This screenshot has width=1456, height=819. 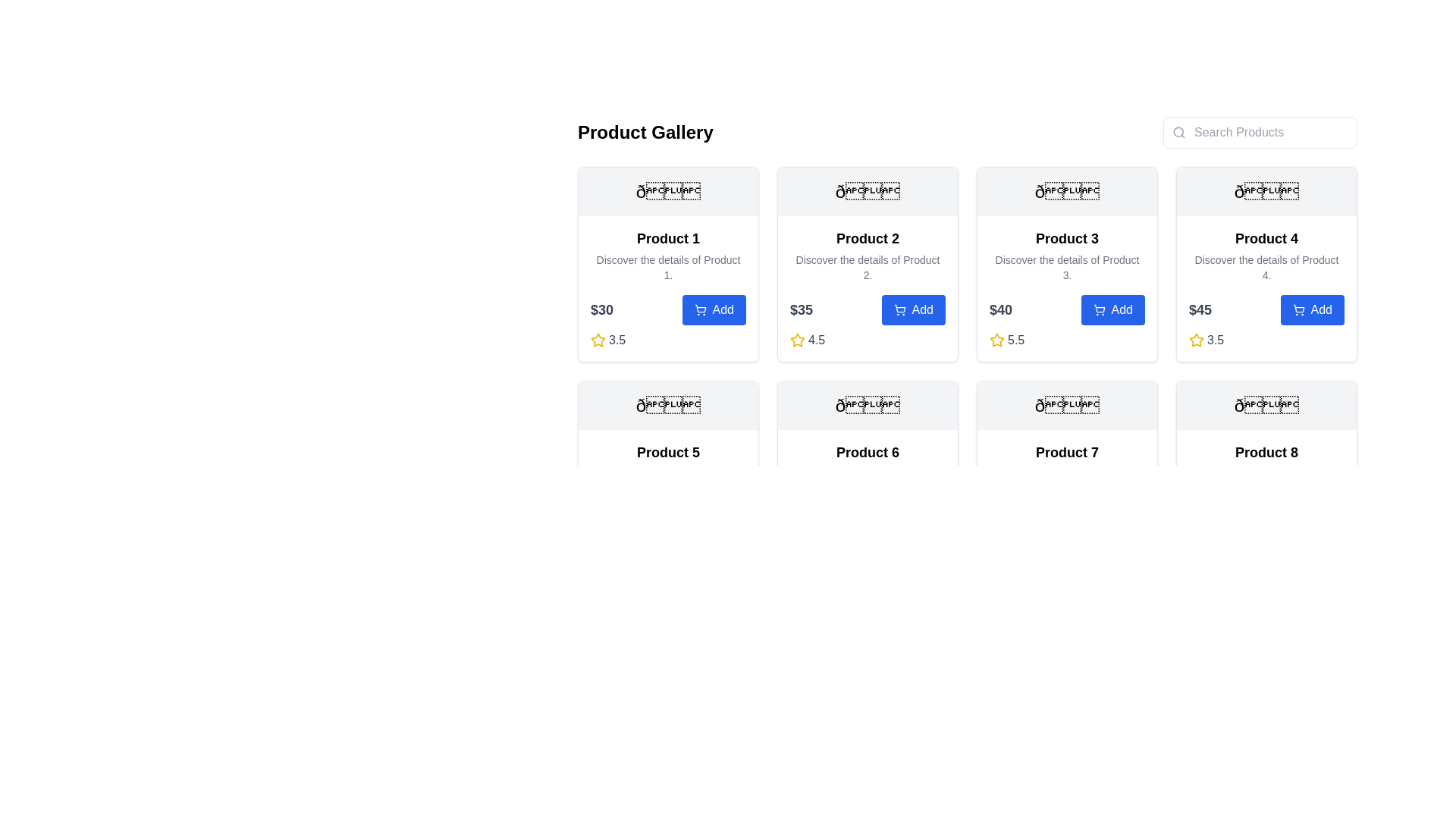 What do you see at coordinates (1266, 405) in the screenshot?
I see `the emoji icon decorative component of Product 8 in the product gallery grid, located at the top of the card` at bounding box center [1266, 405].